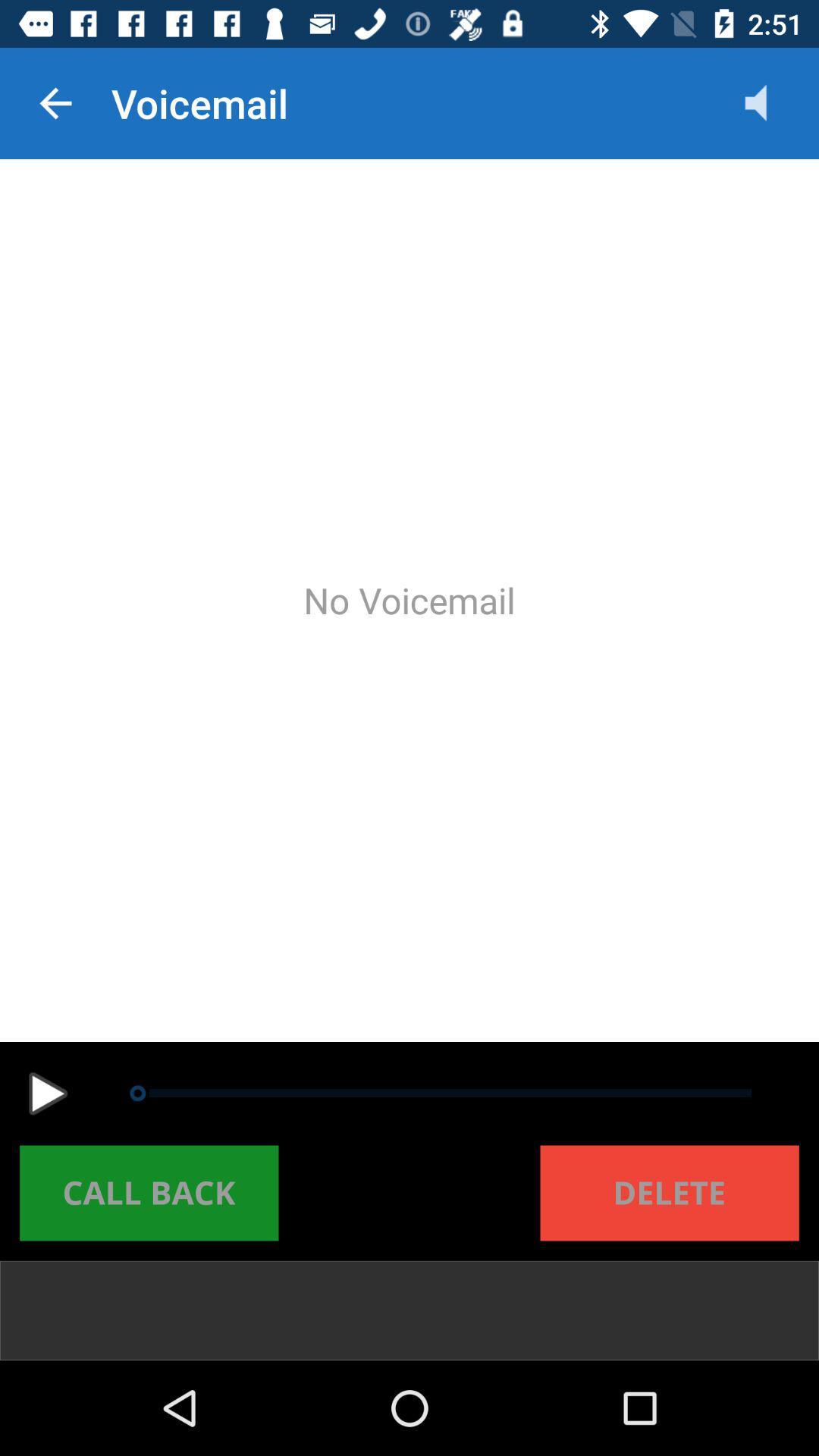  Describe the element at coordinates (47, 1094) in the screenshot. I see `voicemail` at that location.